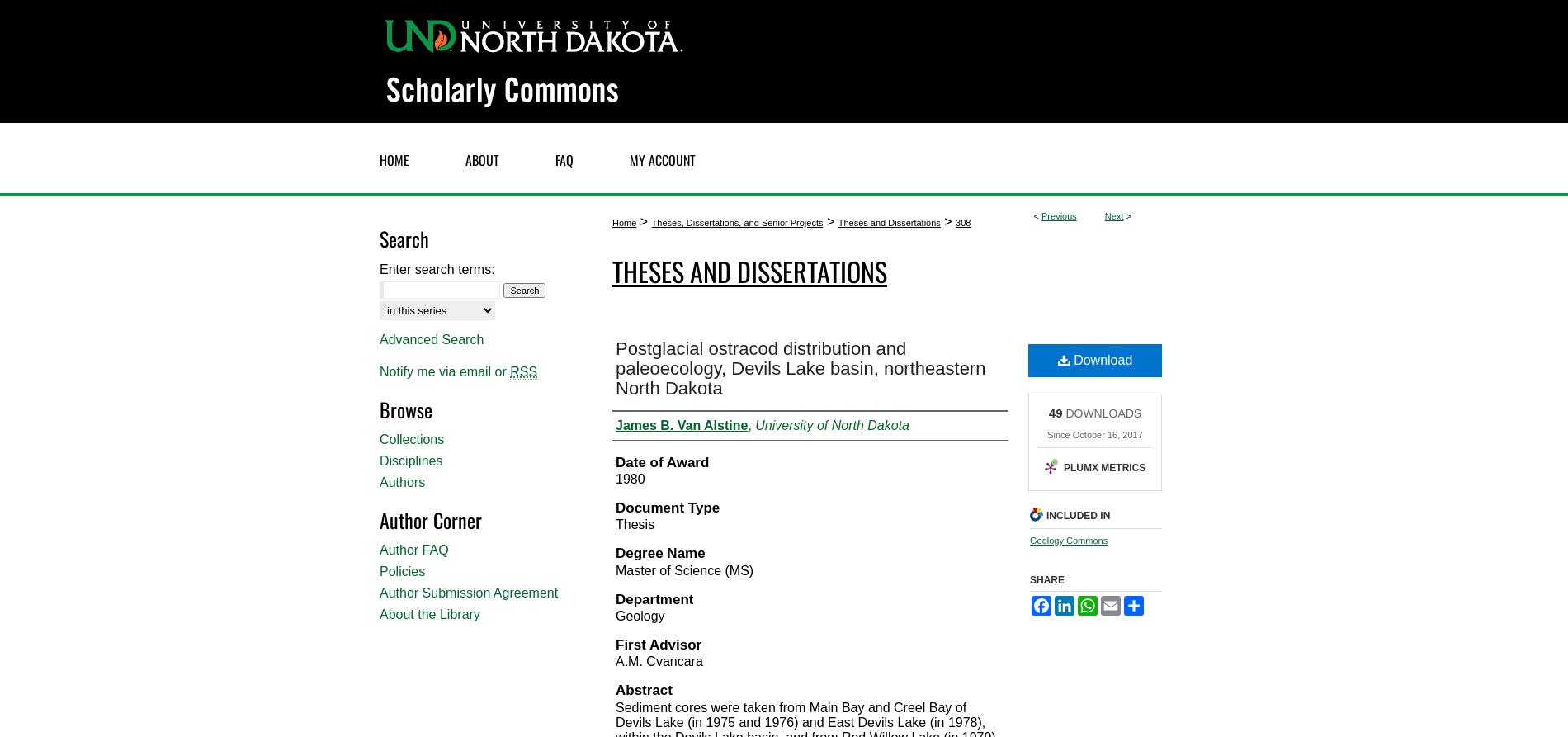 The image size is (1568, 737). What do you see at coordinates (564, 158) in the screenshot?
I see `'FAQ'` at bounding box center [564, 158].